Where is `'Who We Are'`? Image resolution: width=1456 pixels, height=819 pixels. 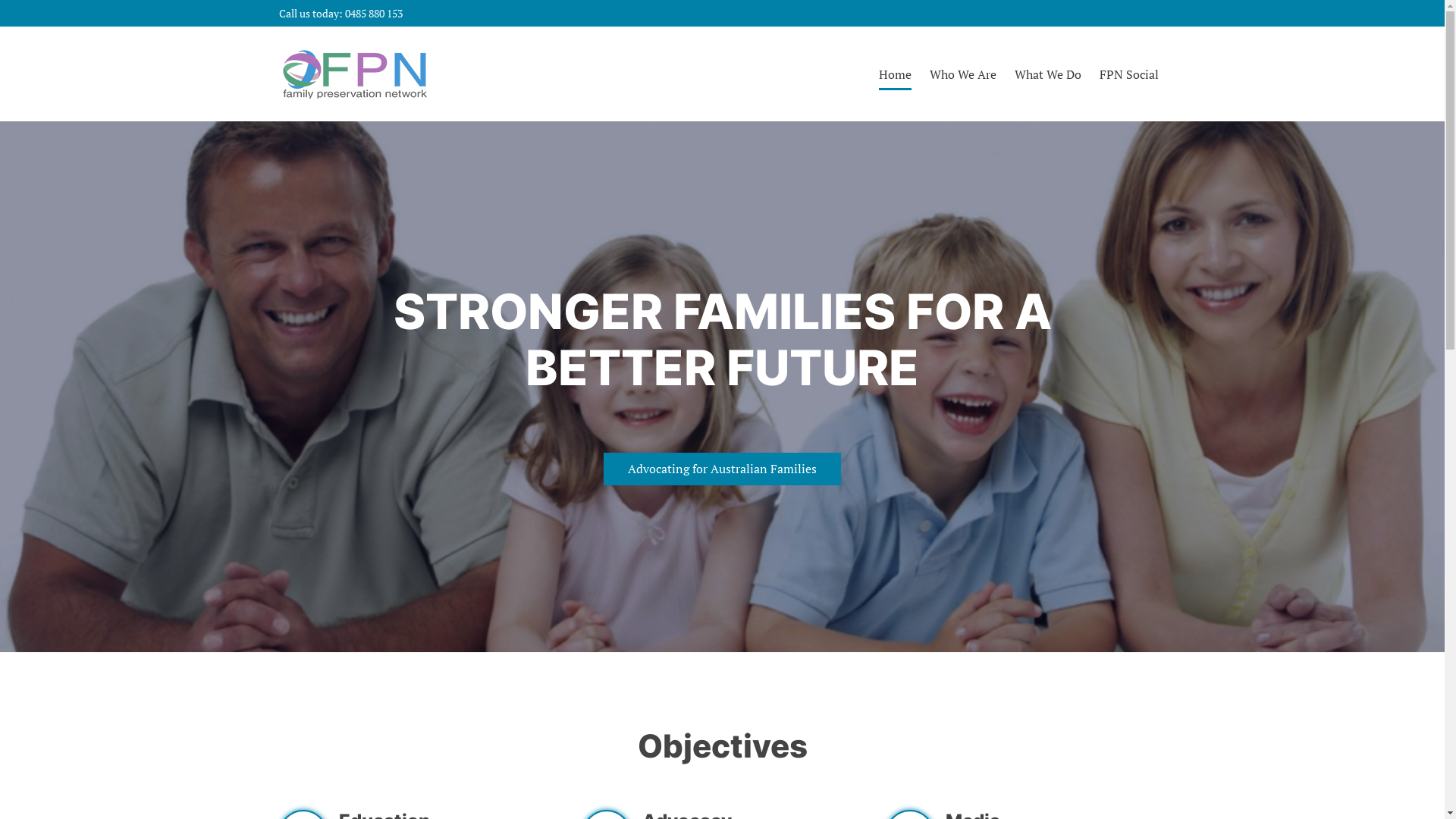
'Who We Are' is located at coordinates (962, 73).